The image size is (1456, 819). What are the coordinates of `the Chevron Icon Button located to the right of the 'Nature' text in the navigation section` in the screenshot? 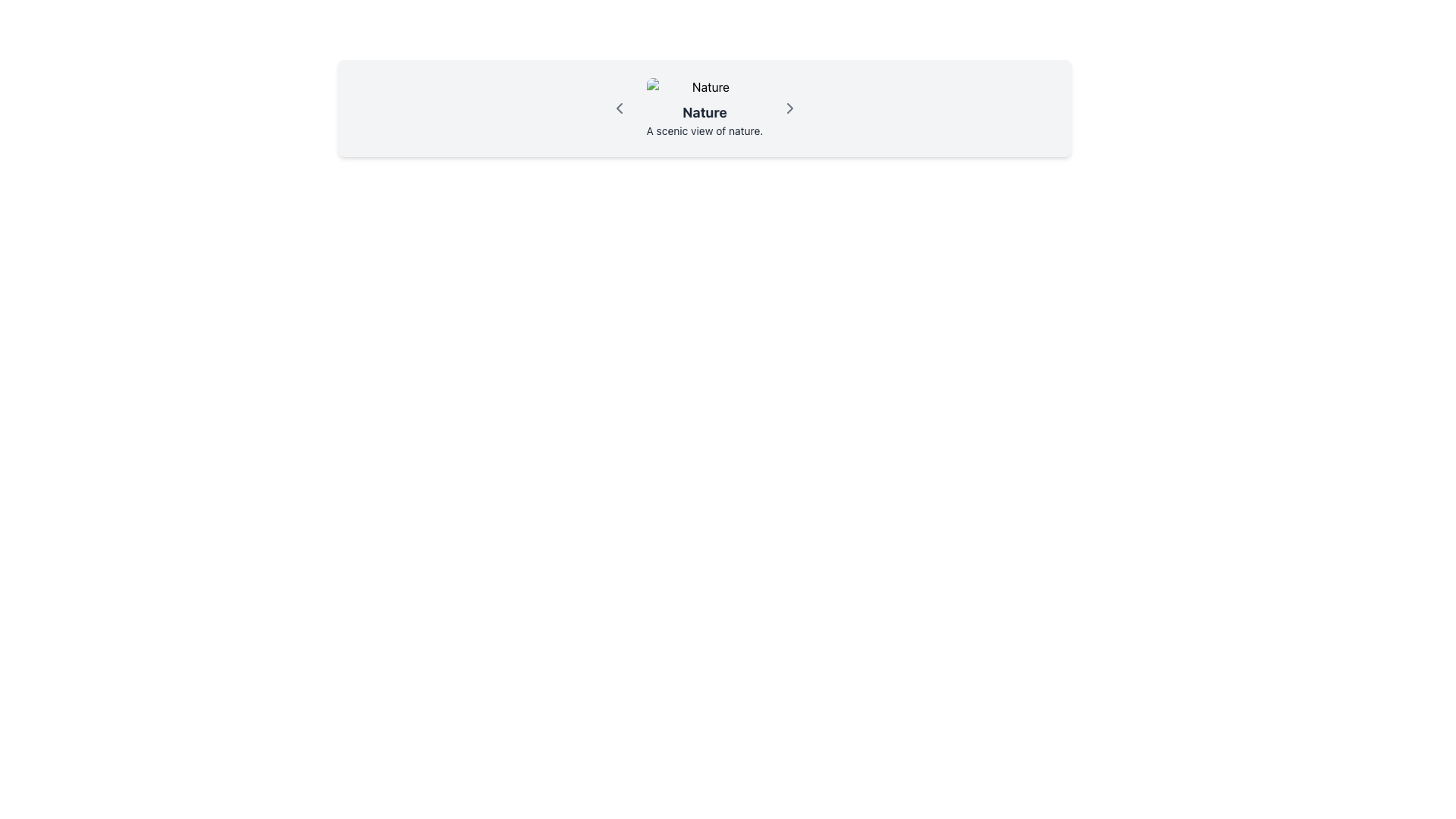 It's located at (789, 107).